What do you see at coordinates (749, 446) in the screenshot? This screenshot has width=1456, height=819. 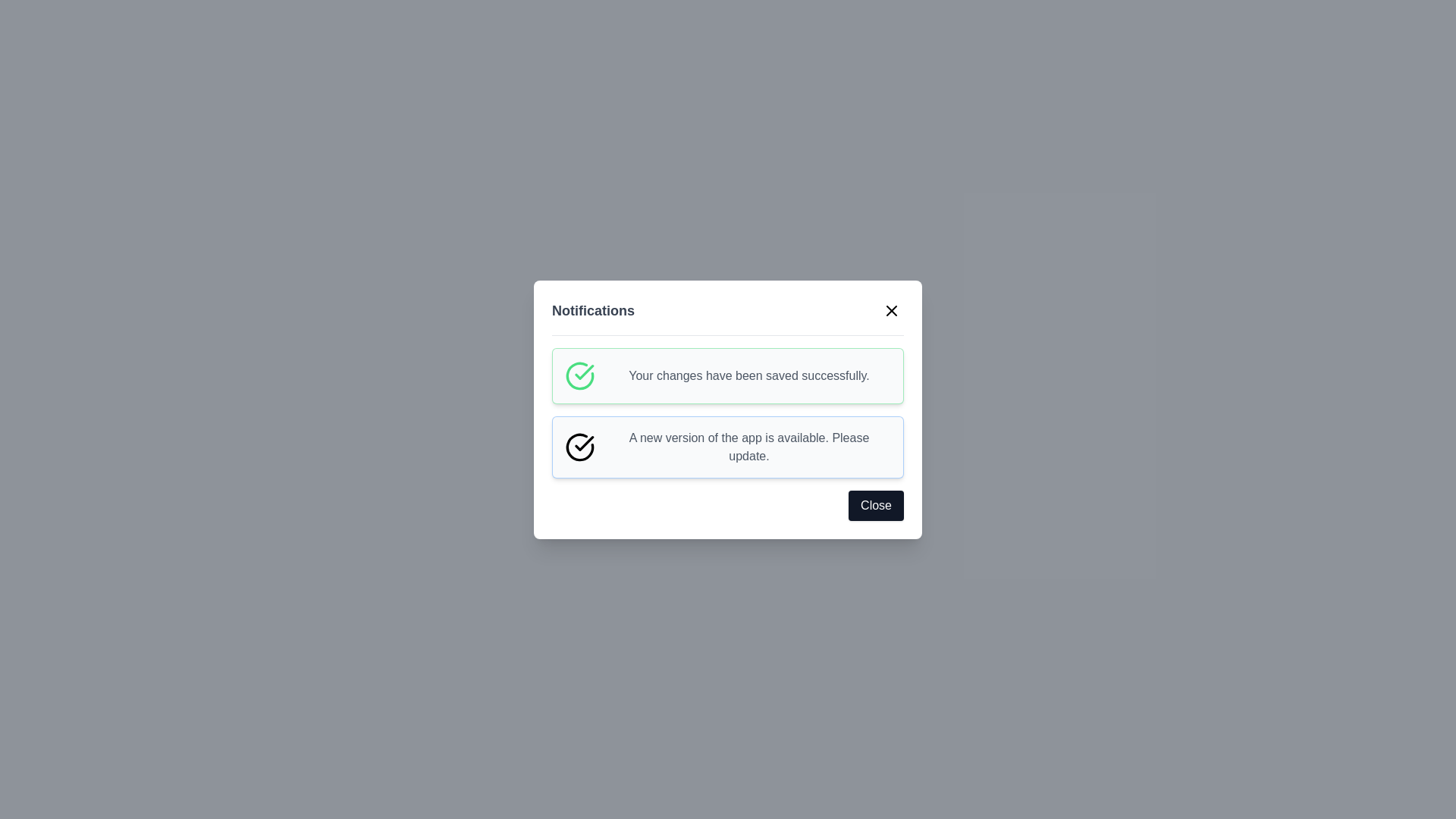 I see `the text label that informs users about the availability of a new version of the app, positioned in the lower portion of the notification card, below another notification item and above the 'Close' button` at bounding box center [749, 446].